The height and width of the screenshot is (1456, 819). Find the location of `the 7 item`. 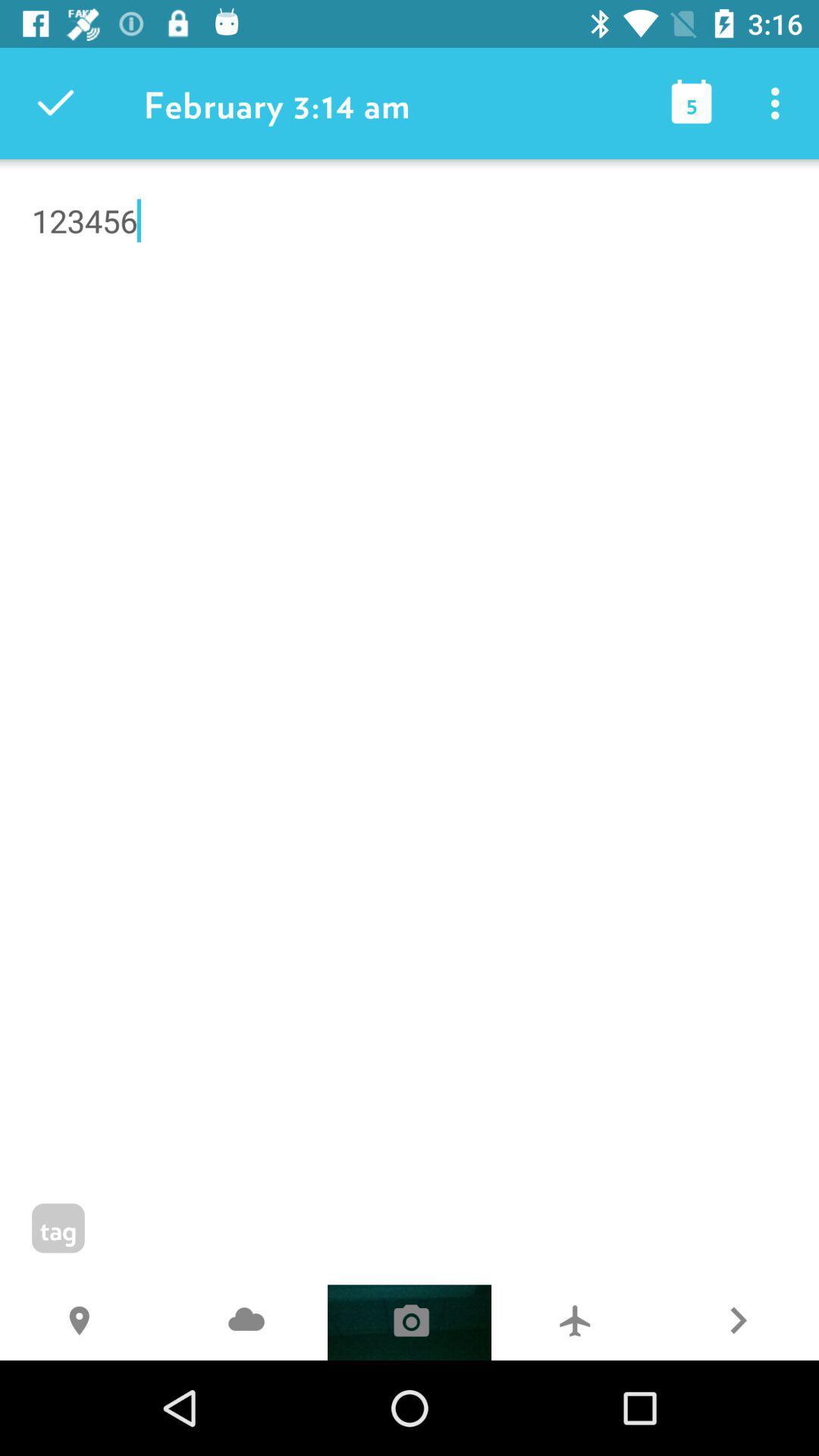

the 7 item is located at coordinates (573, 1322).